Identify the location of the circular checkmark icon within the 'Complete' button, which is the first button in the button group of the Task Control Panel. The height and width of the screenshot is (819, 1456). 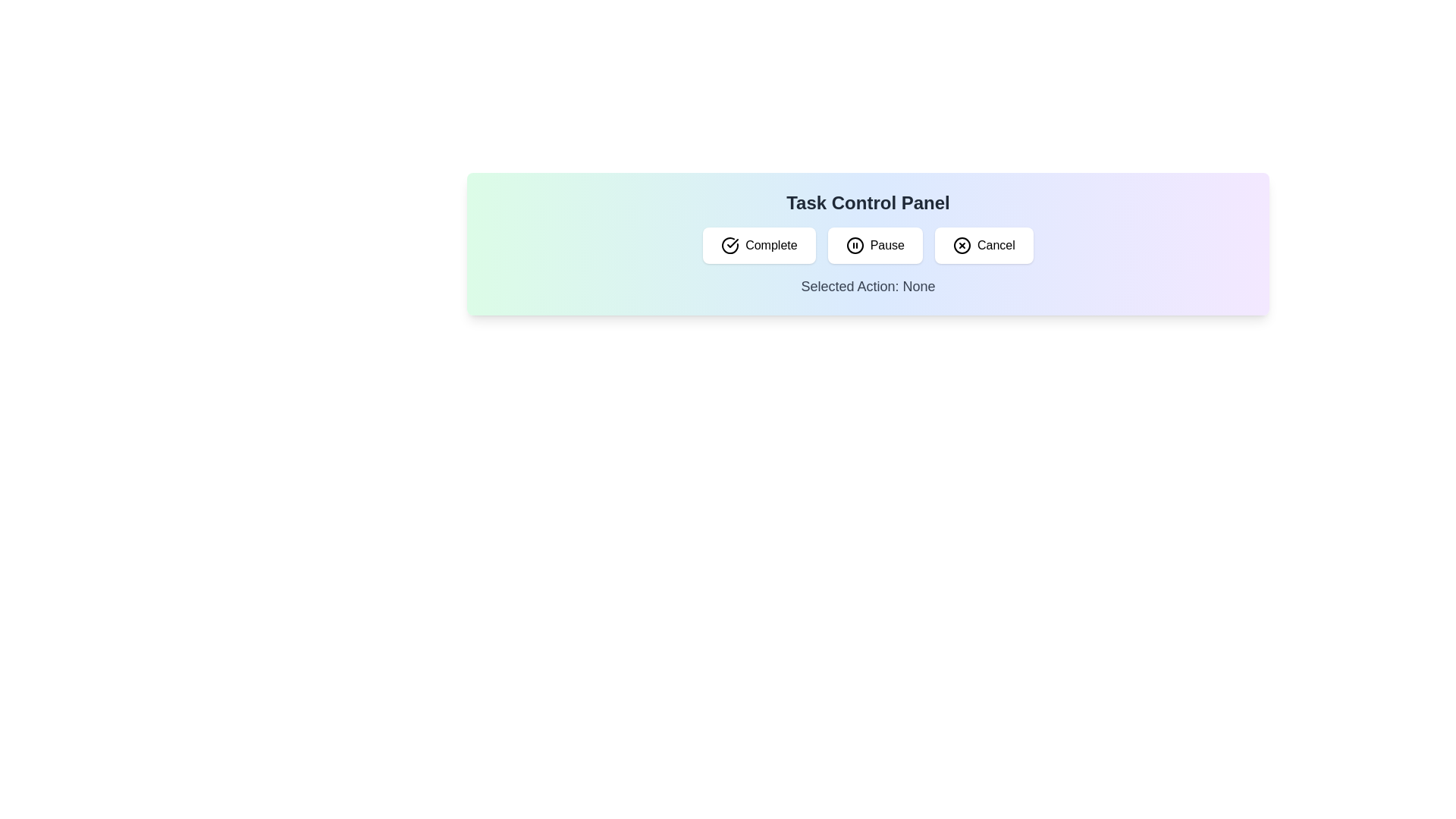
(730, 245).